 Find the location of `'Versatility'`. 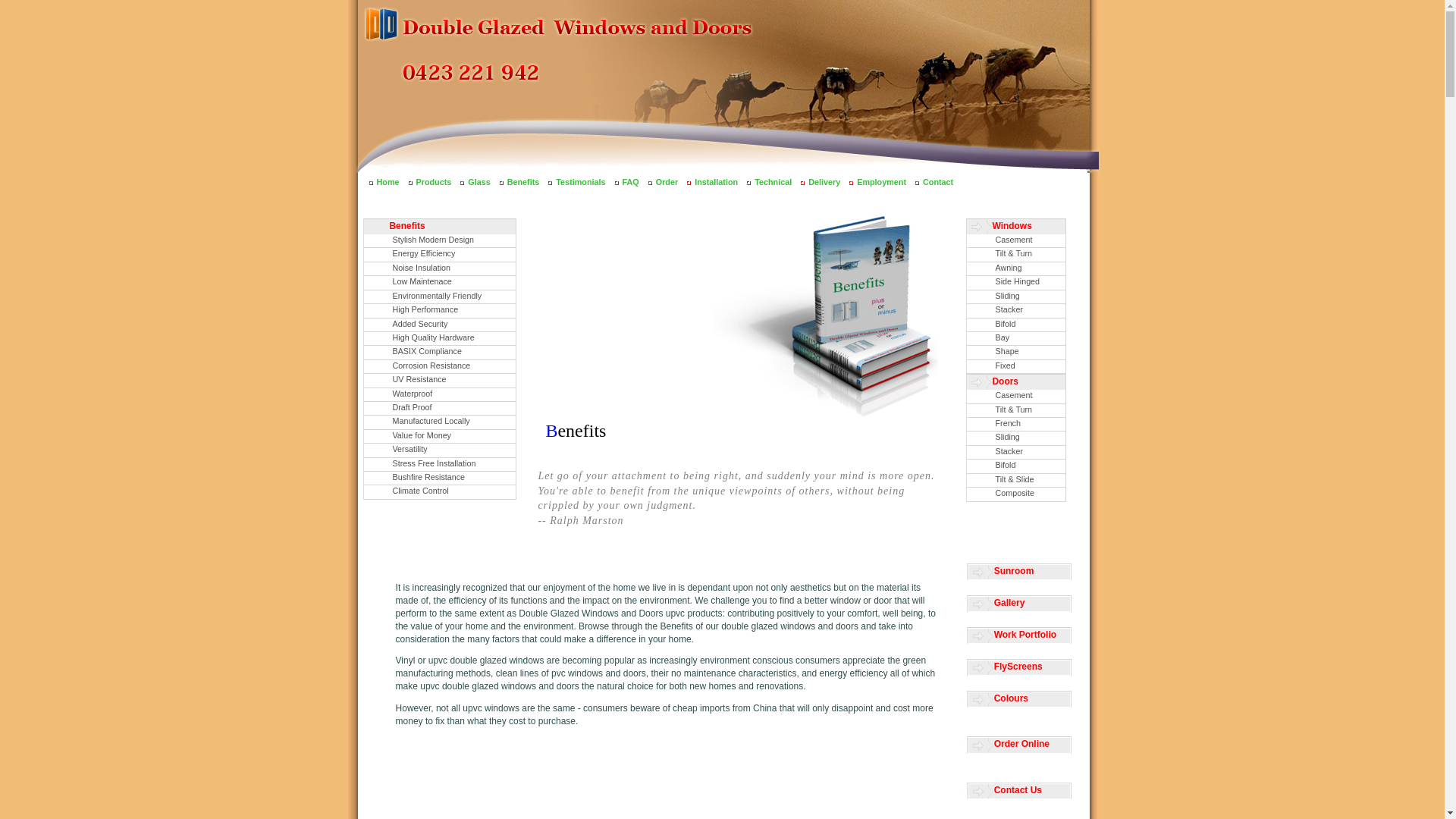

'Versatility' is located at coordinates (439, 449).